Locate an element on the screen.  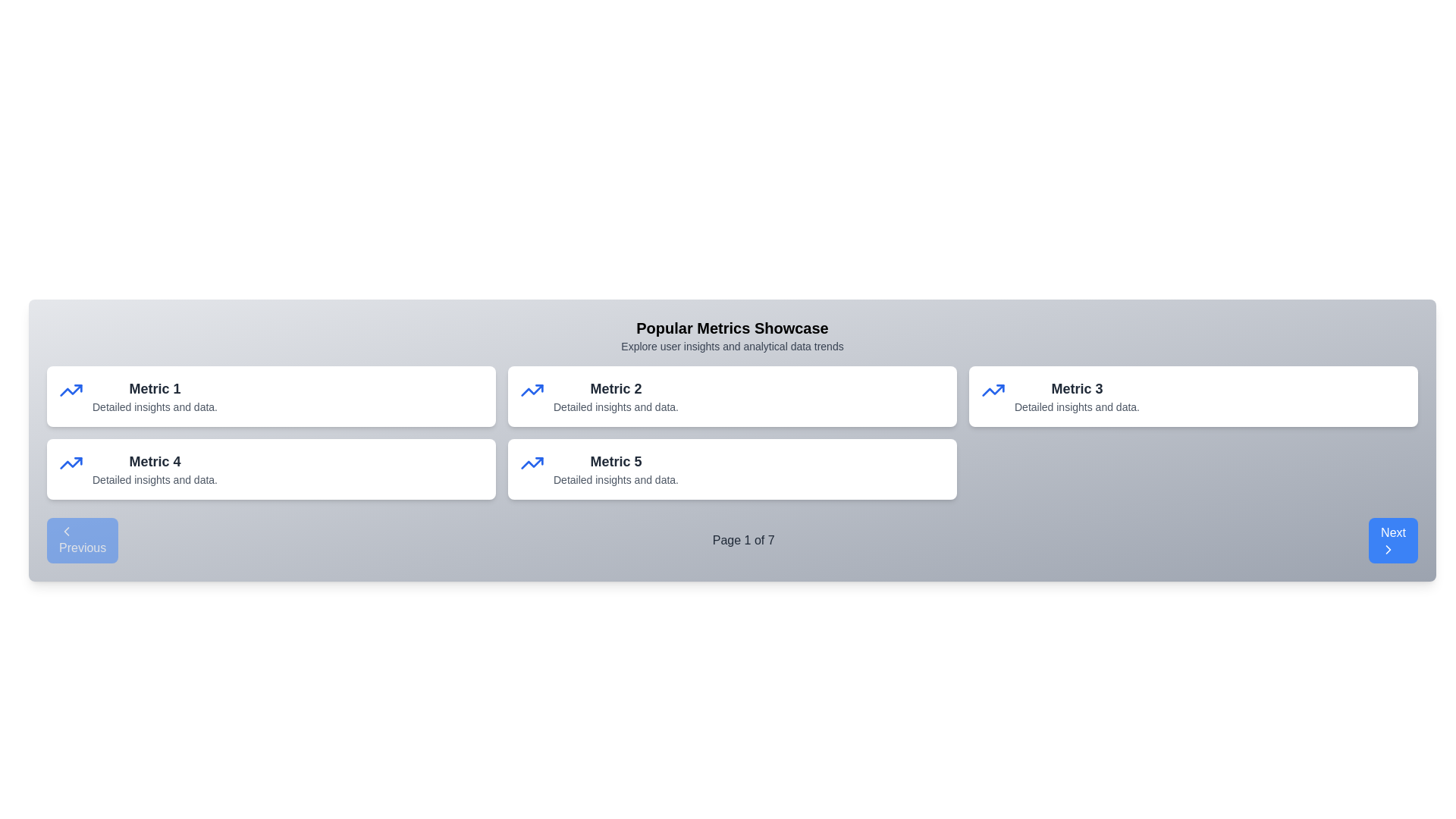
the 'Previous' button, which is a rounded rectangle with a blue background and white text, located in the bottom left corner of the navigation bar is located at coordinates (82, 540).